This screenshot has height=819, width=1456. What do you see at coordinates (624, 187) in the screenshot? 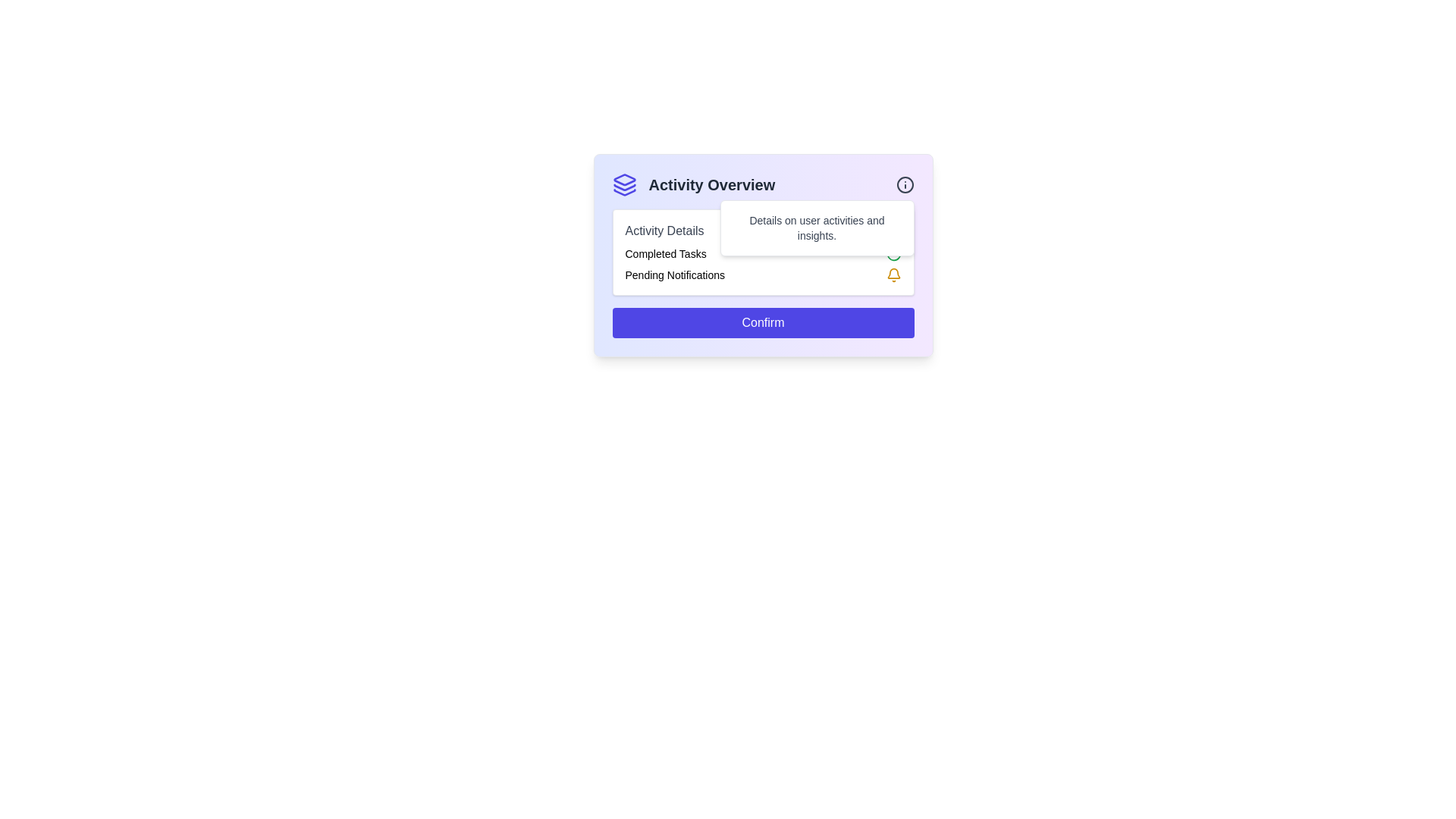
I see `the middle layer of the 'Activity Overview' icon, which is a parallelogram shape located to the left of the text` at bounding box center [624, 187].